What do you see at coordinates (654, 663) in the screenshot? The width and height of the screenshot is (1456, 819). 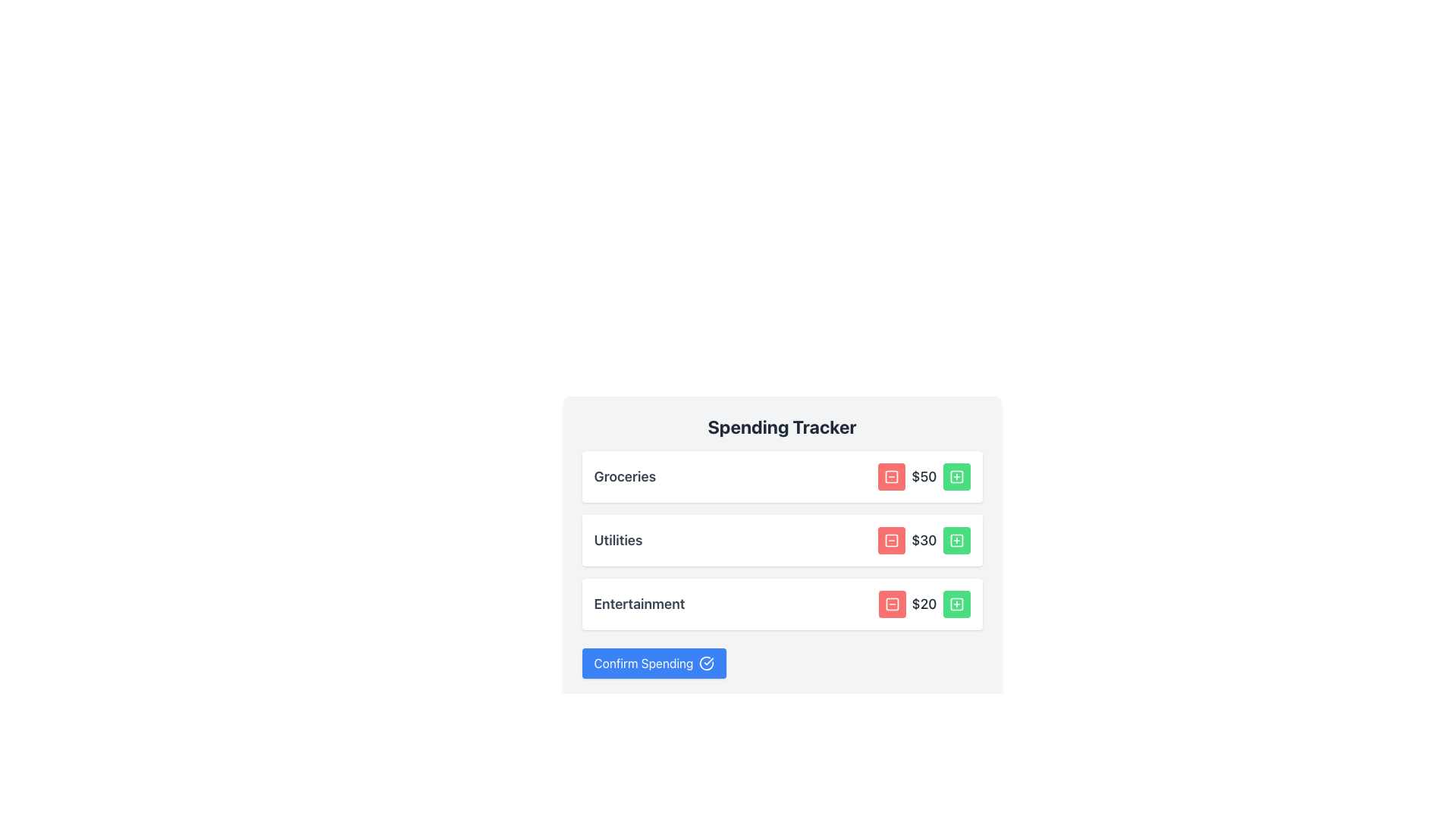 I see `the 'Confirm Spending' button with a blue background and white text` at bounding box center [654, 663].